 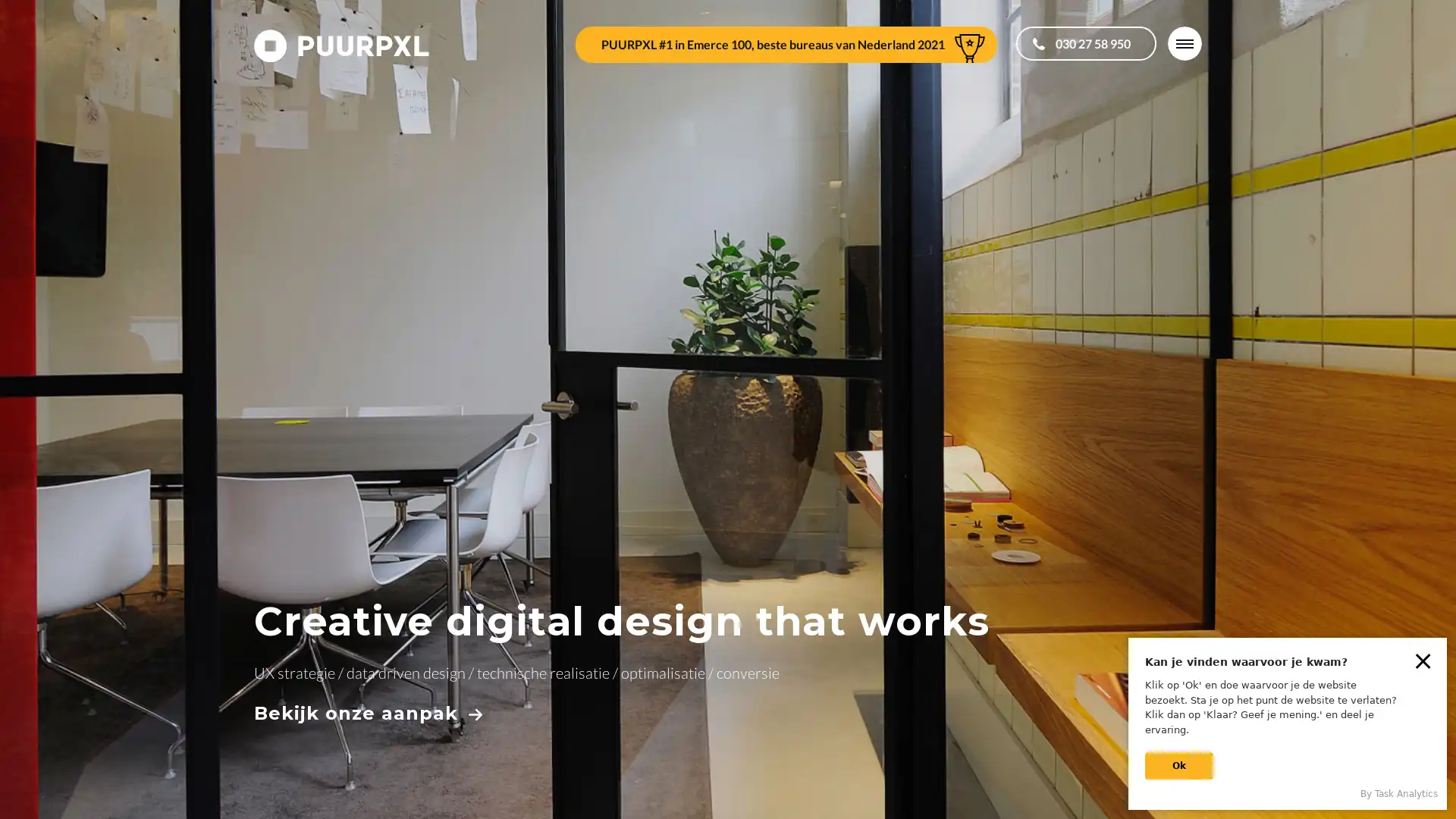 What do you see at coordinates (1178, 766) in the screenshot?
I see `Ok` at bounding box center [1178, 766].